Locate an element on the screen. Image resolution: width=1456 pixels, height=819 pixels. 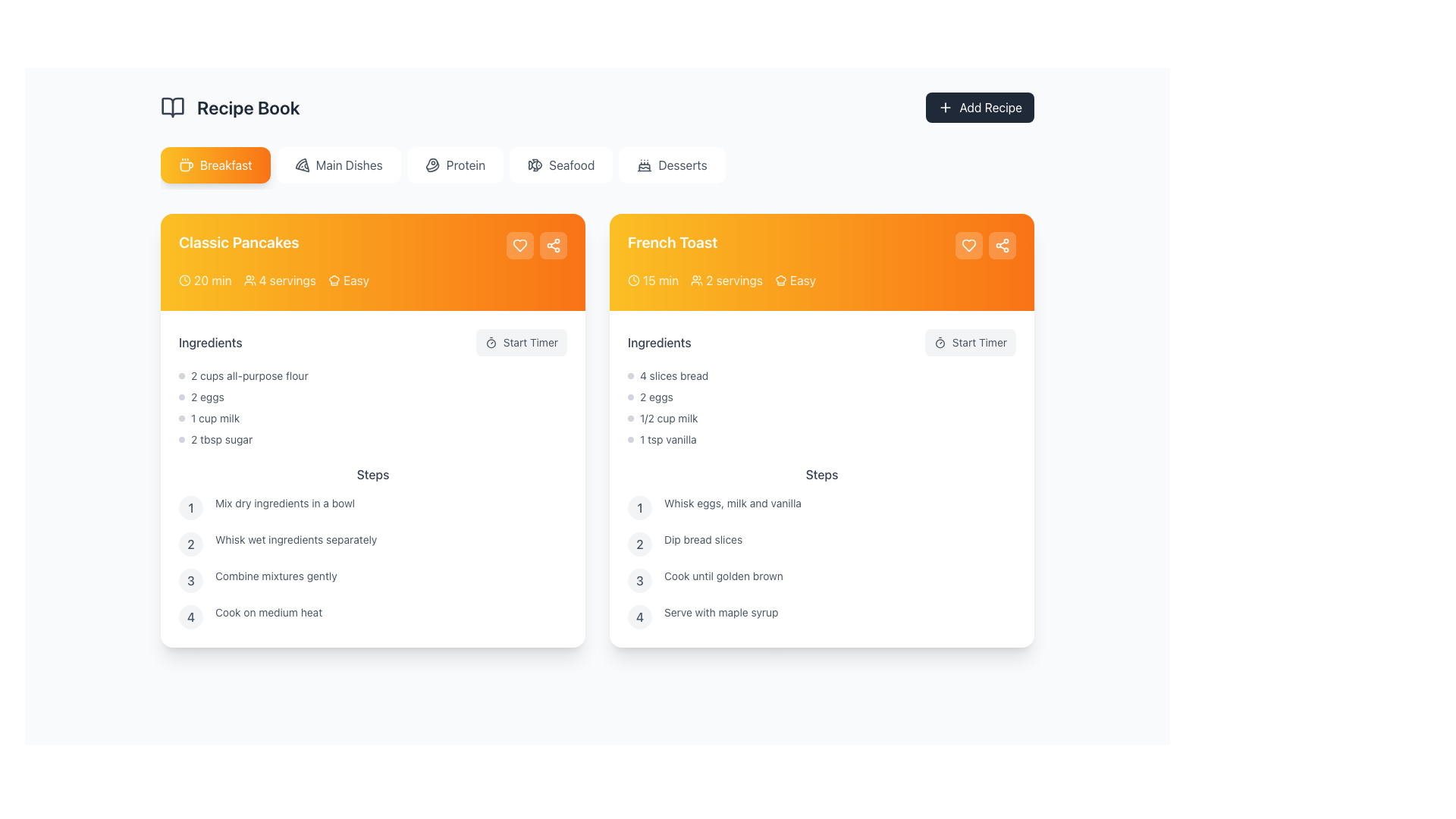
the small 'chef's hat' icon outlined in white against an orange background, located to the left of the text labeled 'Easy' under the title 'Classic Pancakes' is located at coordinates (334, 281).